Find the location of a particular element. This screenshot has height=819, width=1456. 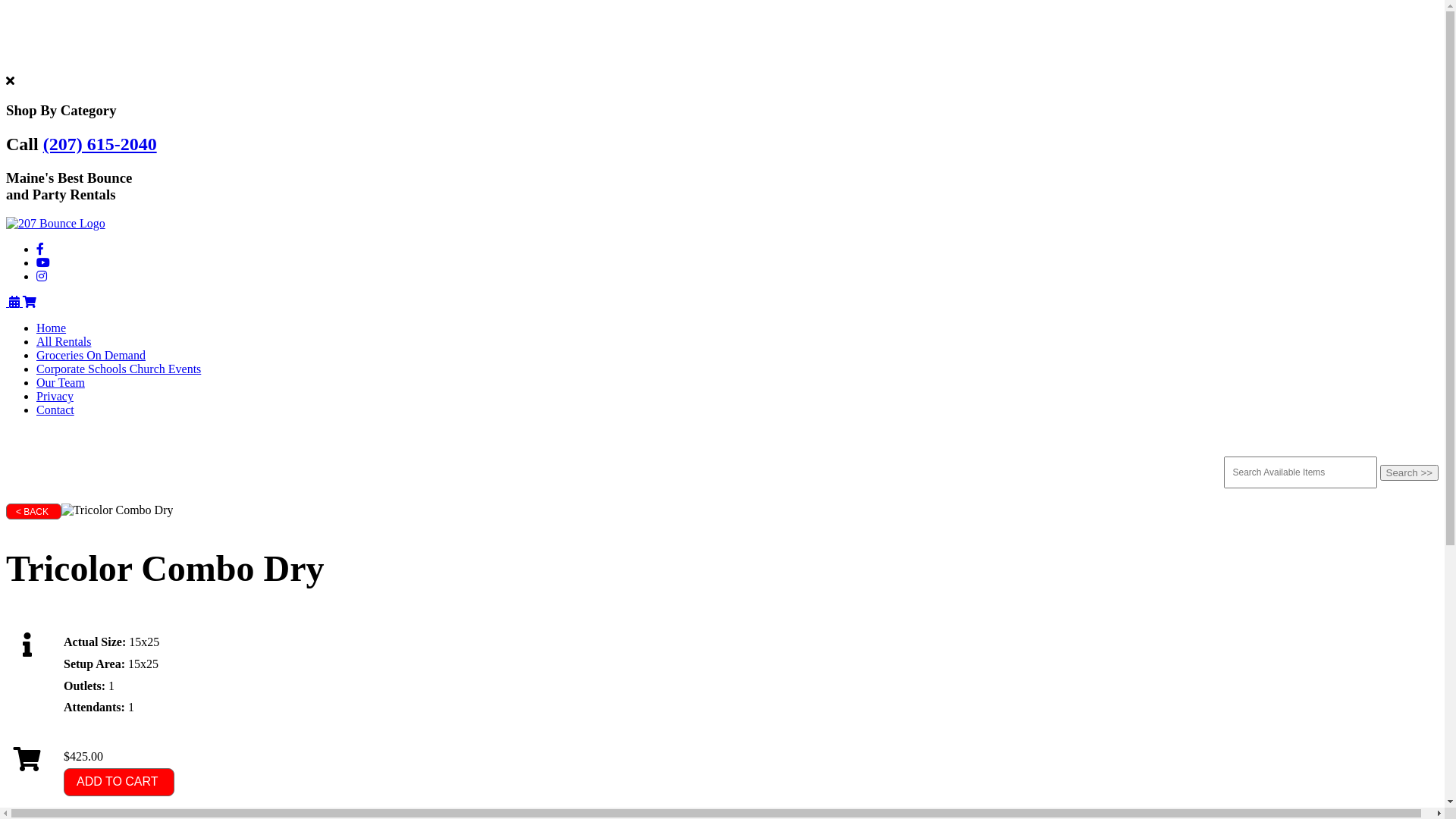

'Tricolor Combo Dry' is located at coordinates (61, 510).